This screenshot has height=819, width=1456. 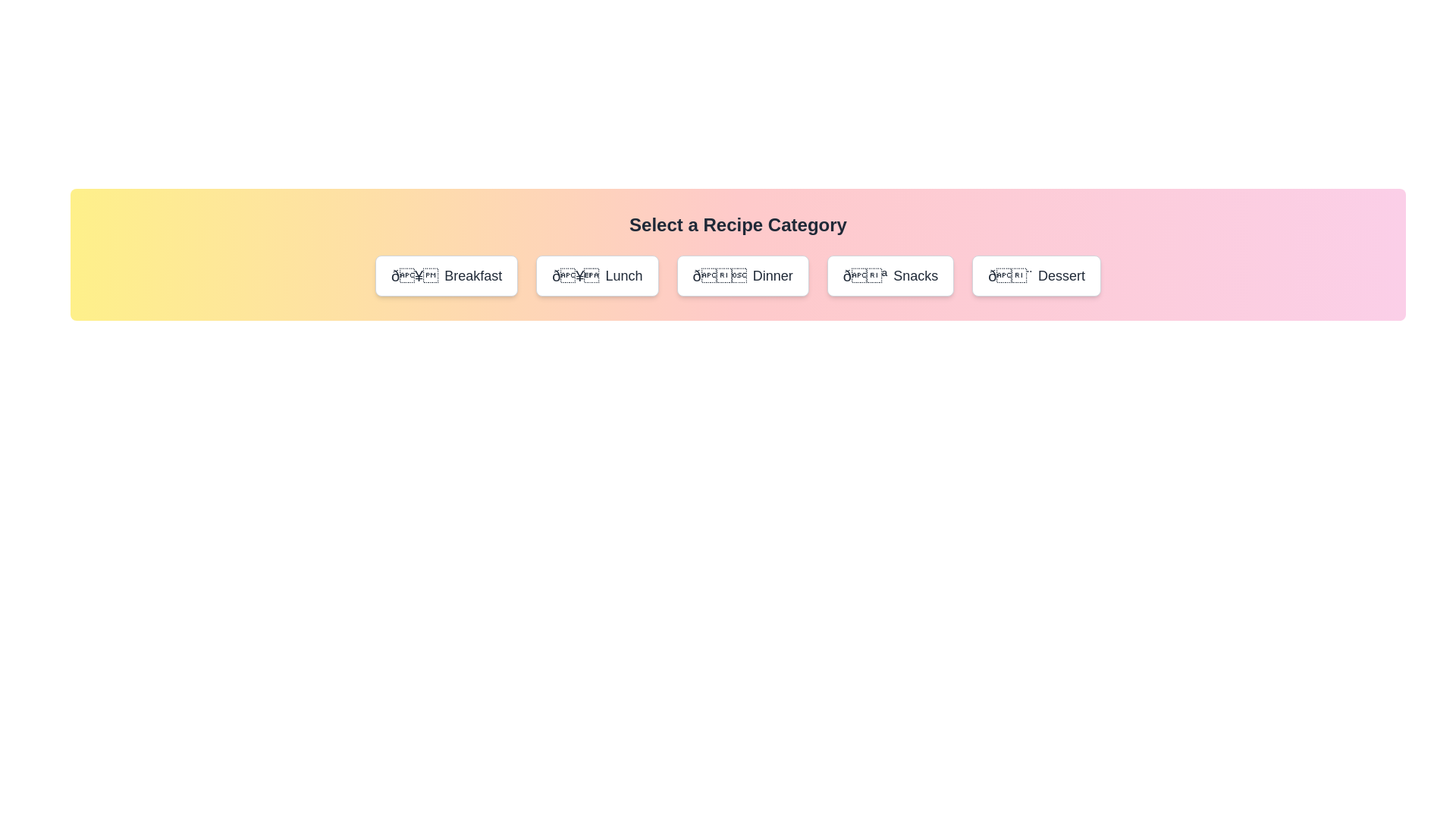 I want to click on the category Breakfast and read the displayed name, so click(x=446, y=275).